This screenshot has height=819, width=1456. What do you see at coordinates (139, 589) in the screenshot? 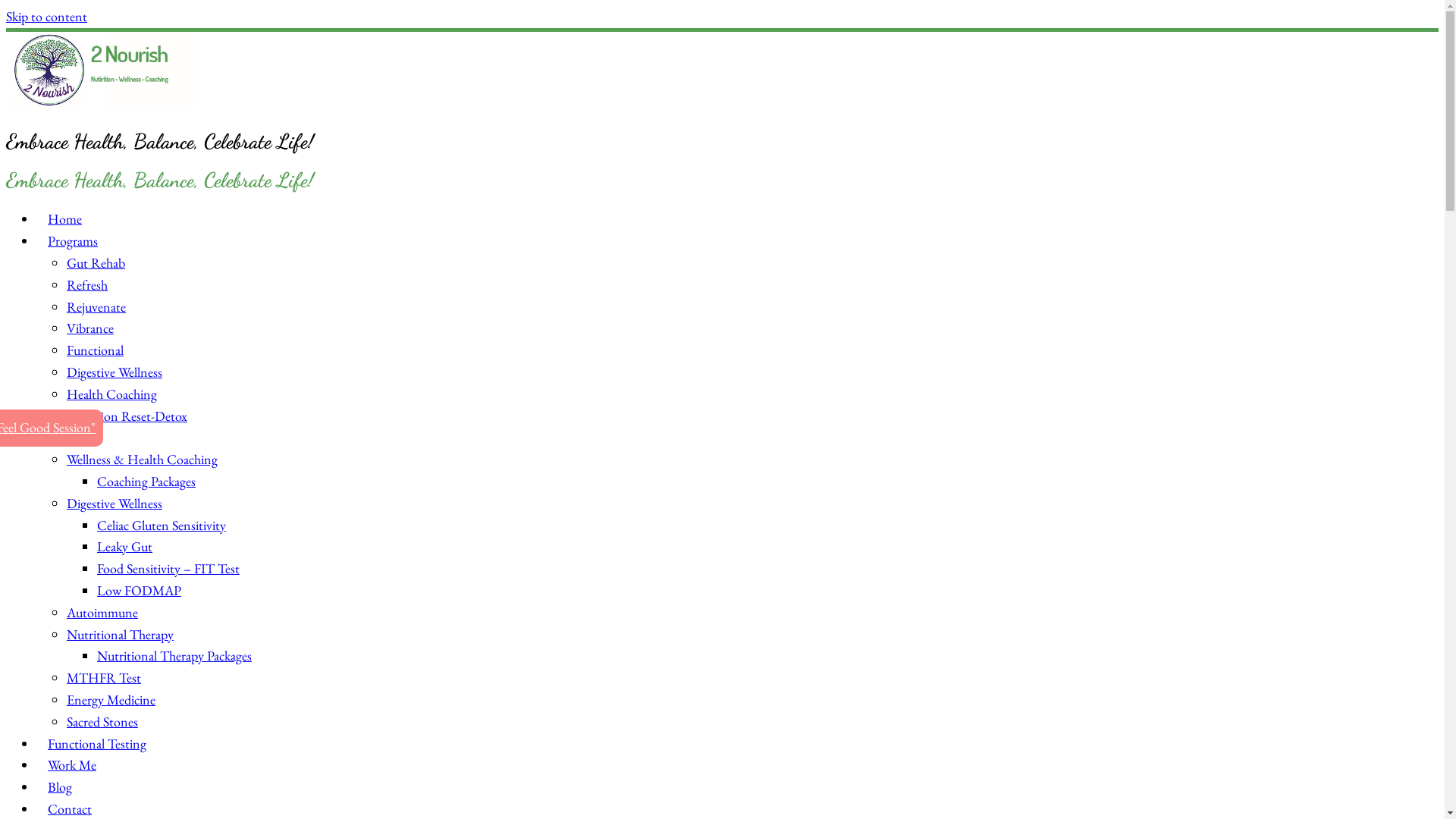
I see `'Low FODMAP'` at bounding box center [139, 589].